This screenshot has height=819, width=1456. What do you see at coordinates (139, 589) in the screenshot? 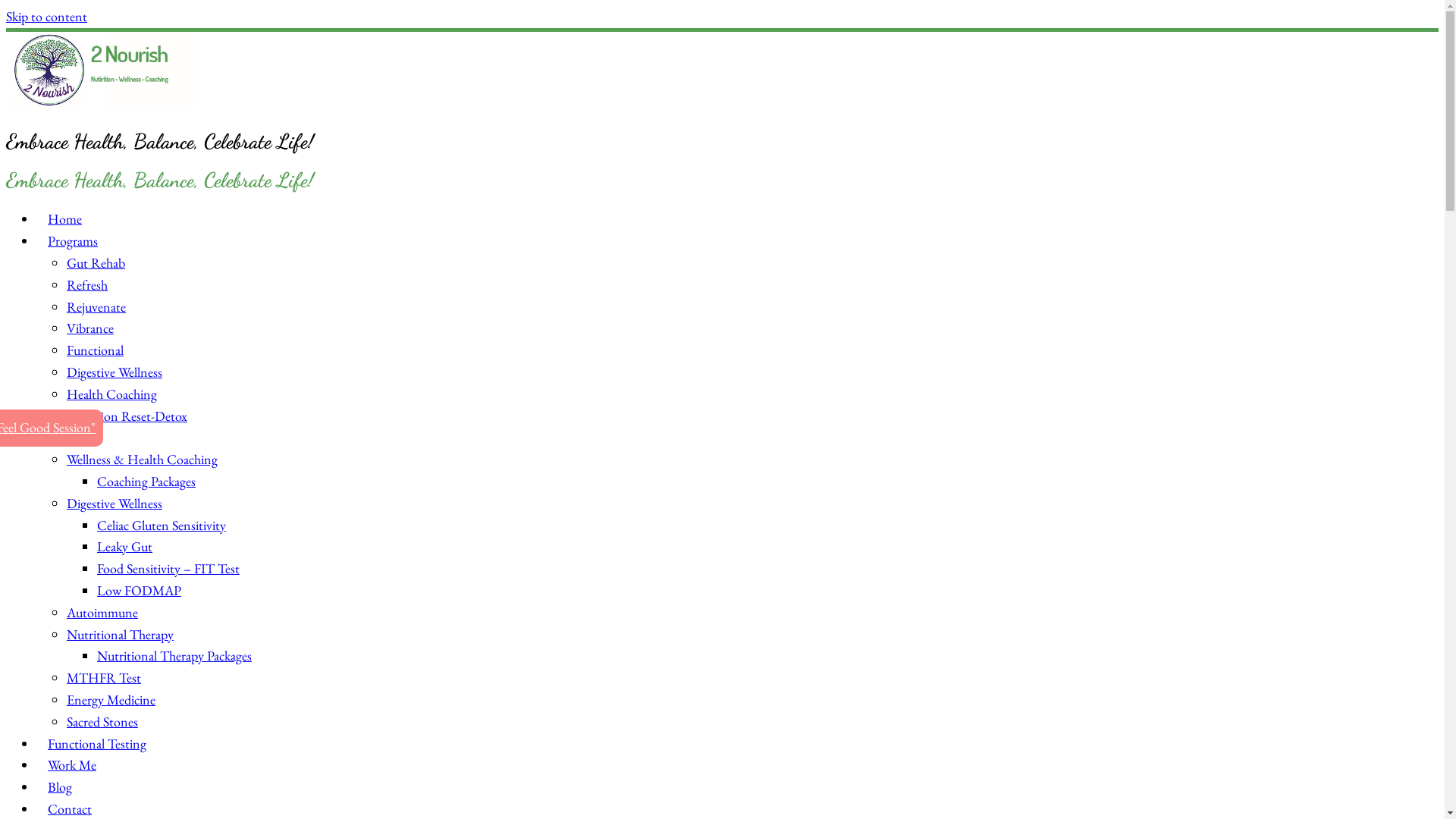
I see `'Low FODMAP'` at bounding box center [139, 589].